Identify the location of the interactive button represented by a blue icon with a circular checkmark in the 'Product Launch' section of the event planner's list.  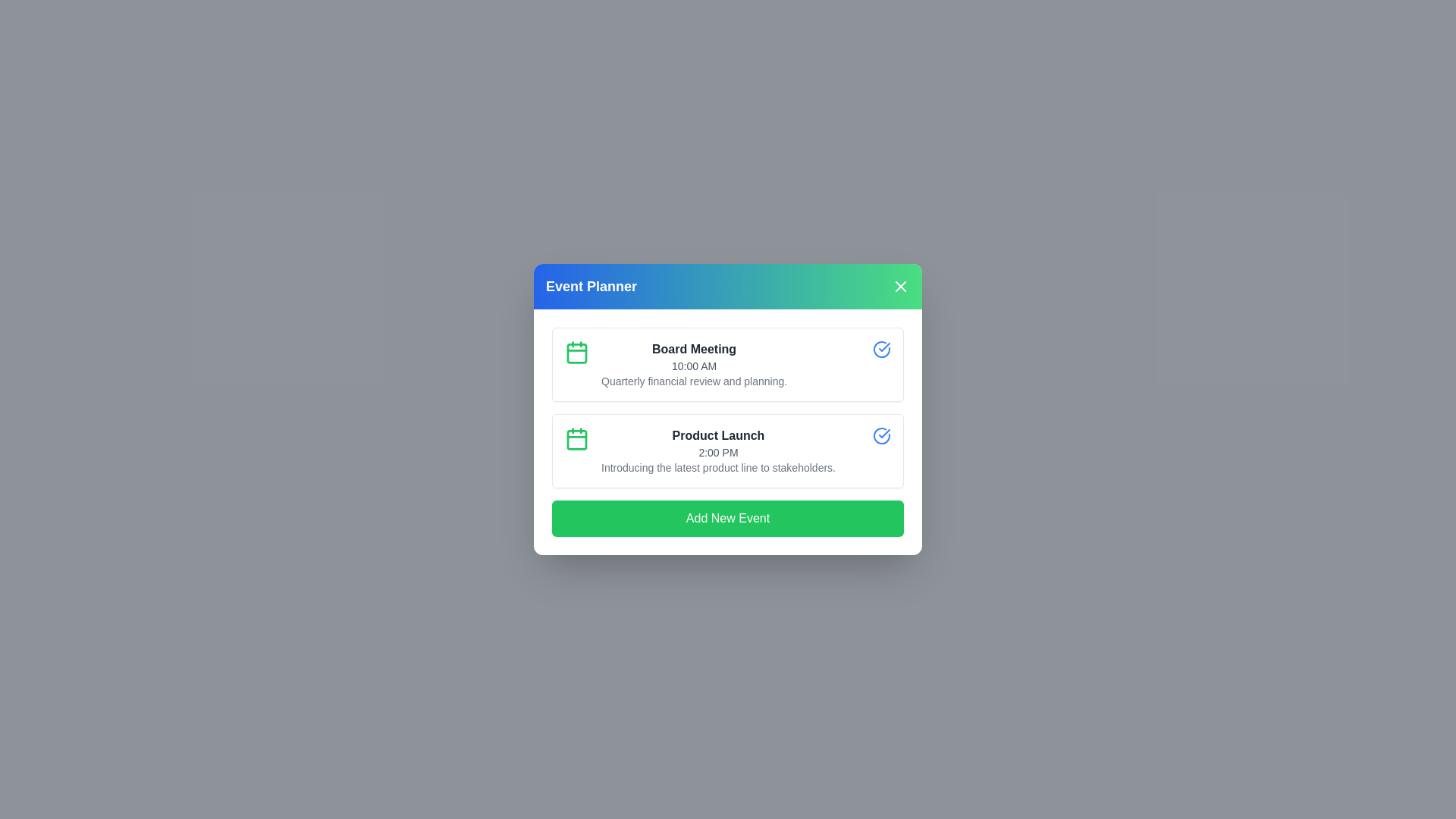
(881, 435).